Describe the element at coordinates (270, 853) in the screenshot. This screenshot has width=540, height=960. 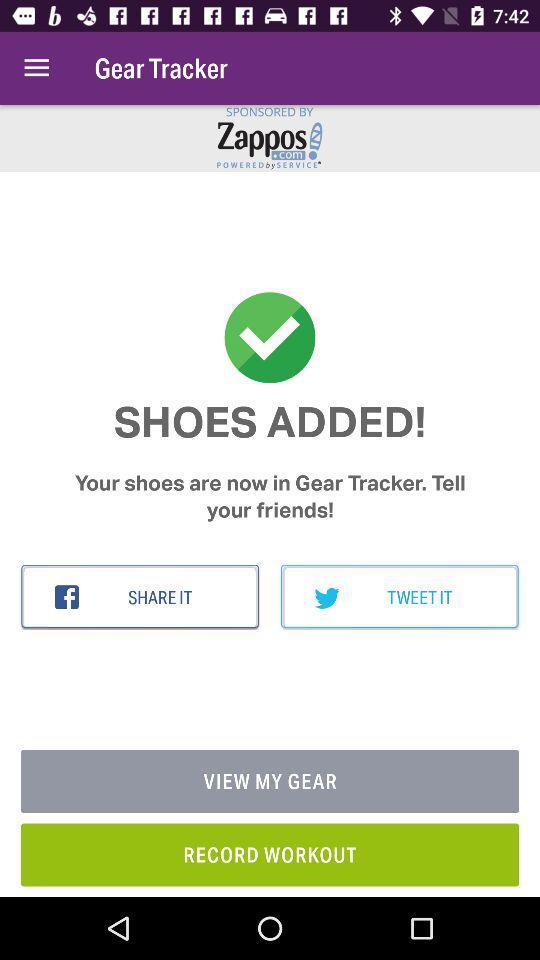
I see `record workout icon` at that location.